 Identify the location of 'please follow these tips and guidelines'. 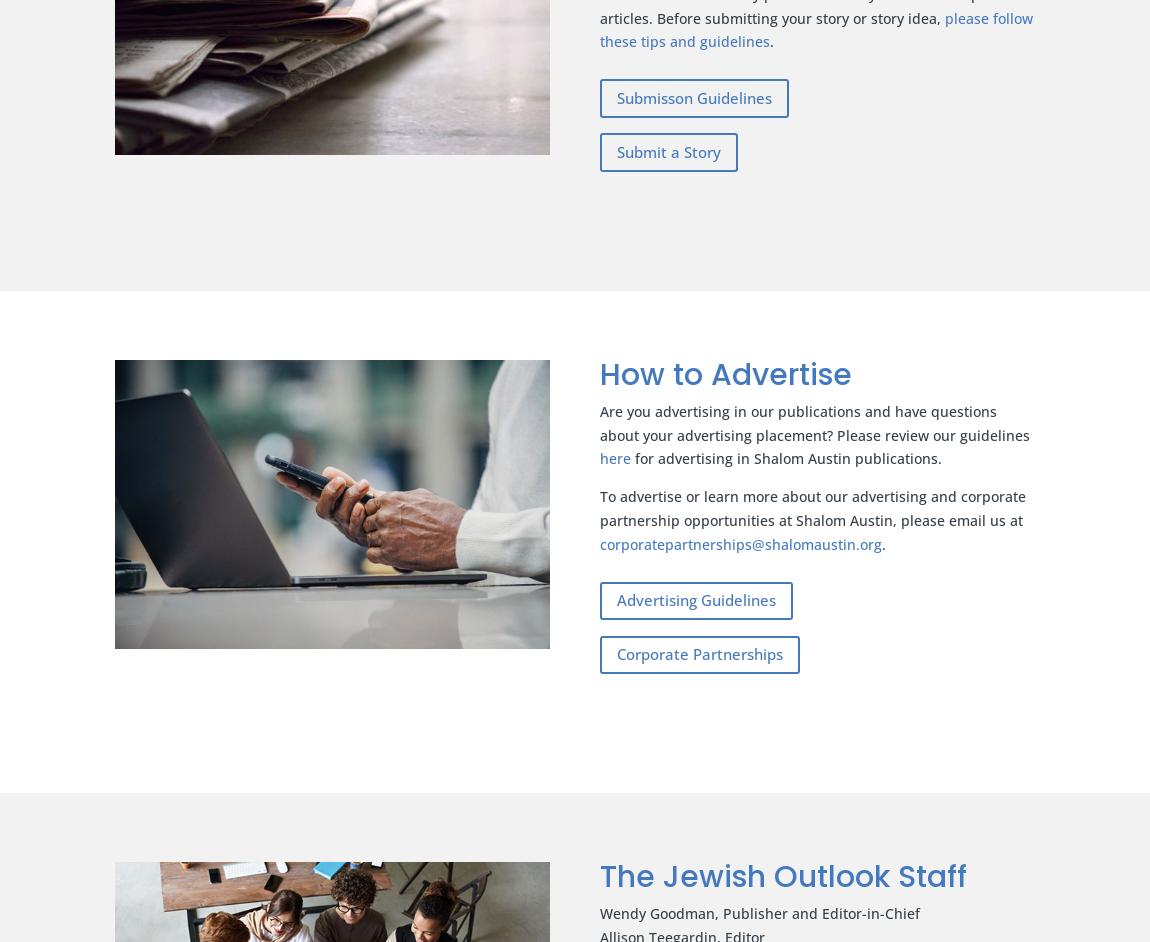
(815, 29).